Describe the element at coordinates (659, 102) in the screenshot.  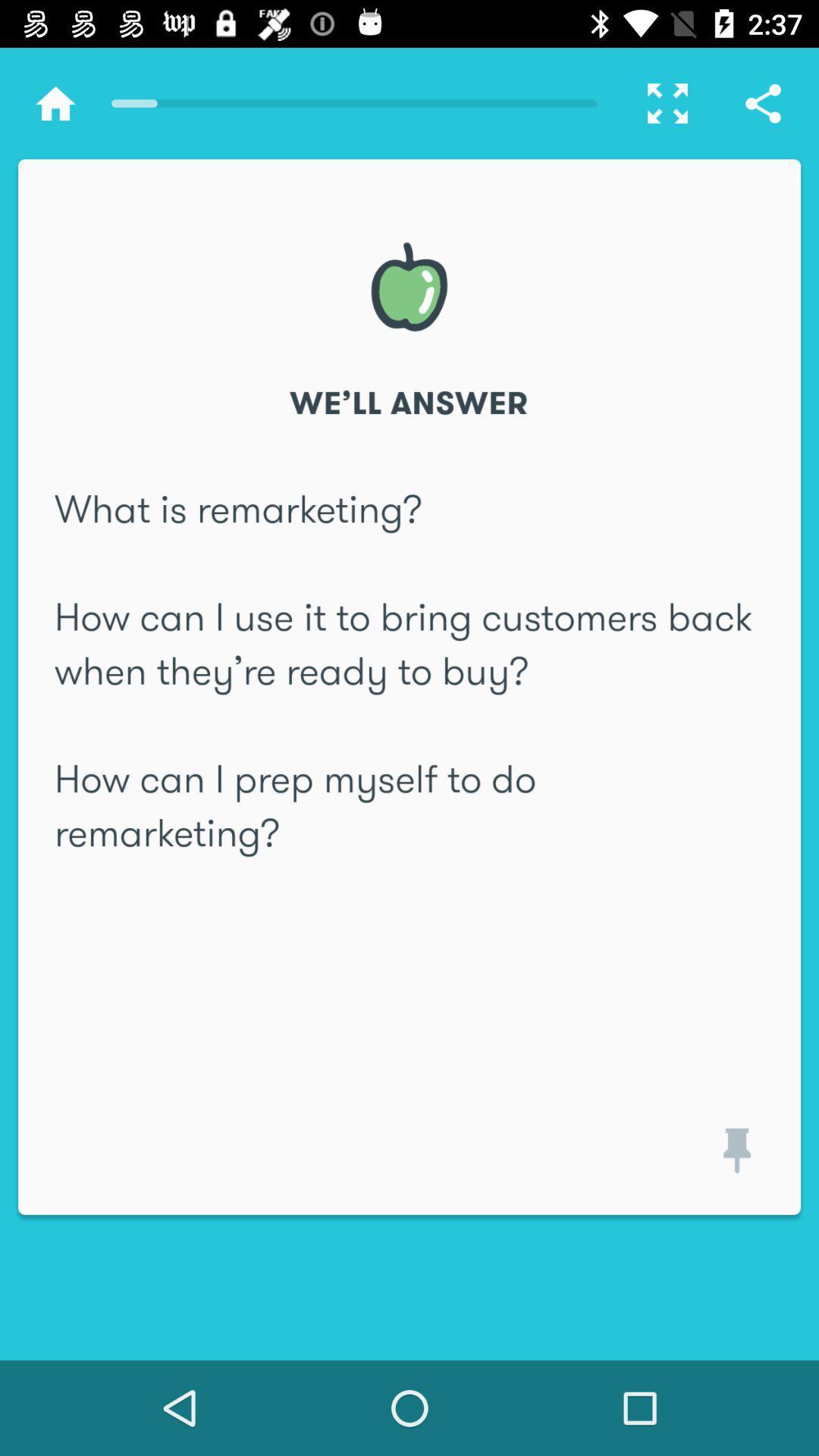
I see `the fullscreen icon` at that location.